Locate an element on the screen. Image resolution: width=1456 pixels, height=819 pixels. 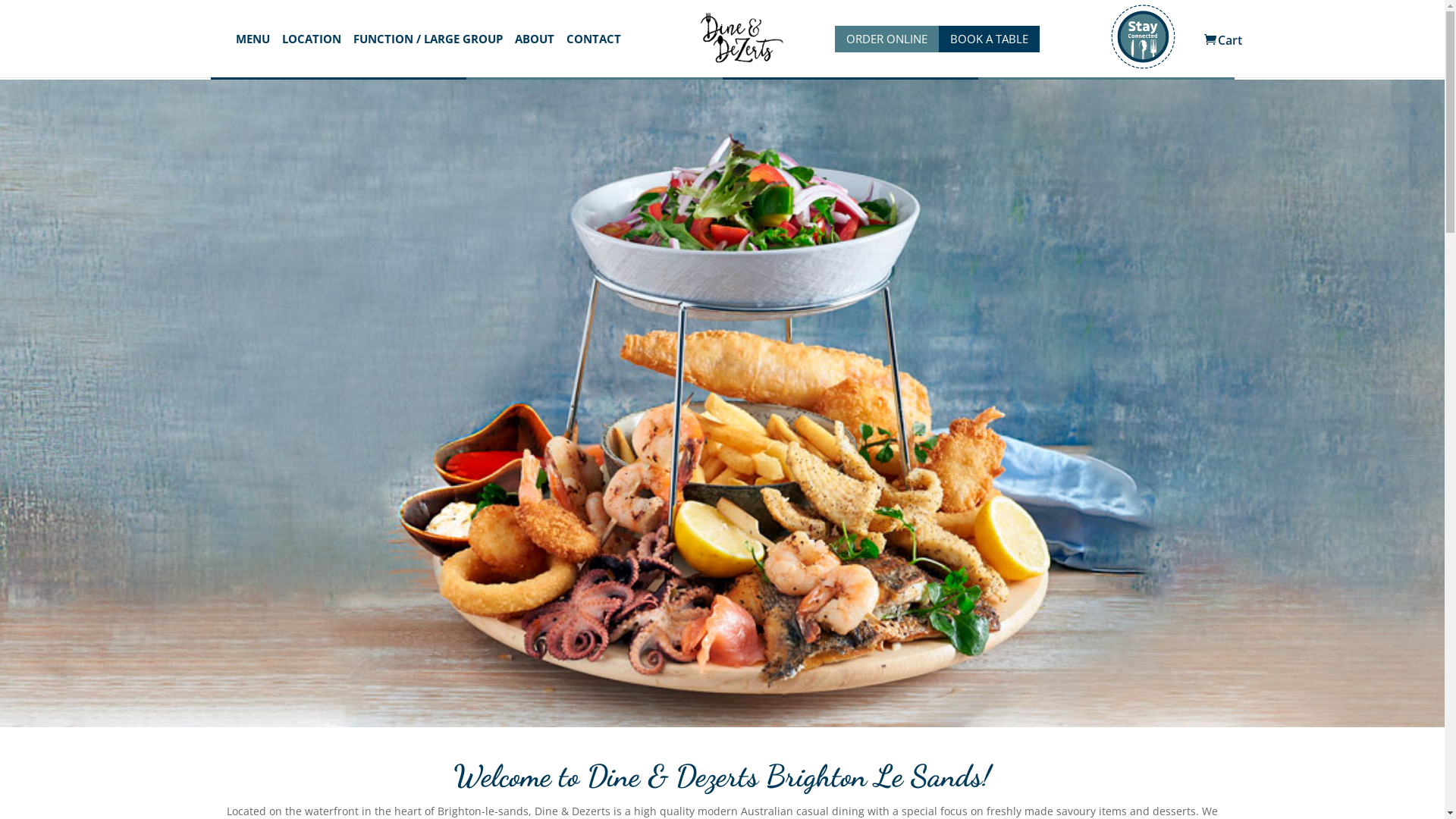
'ABOUT' is located at coordinates (534, 55).